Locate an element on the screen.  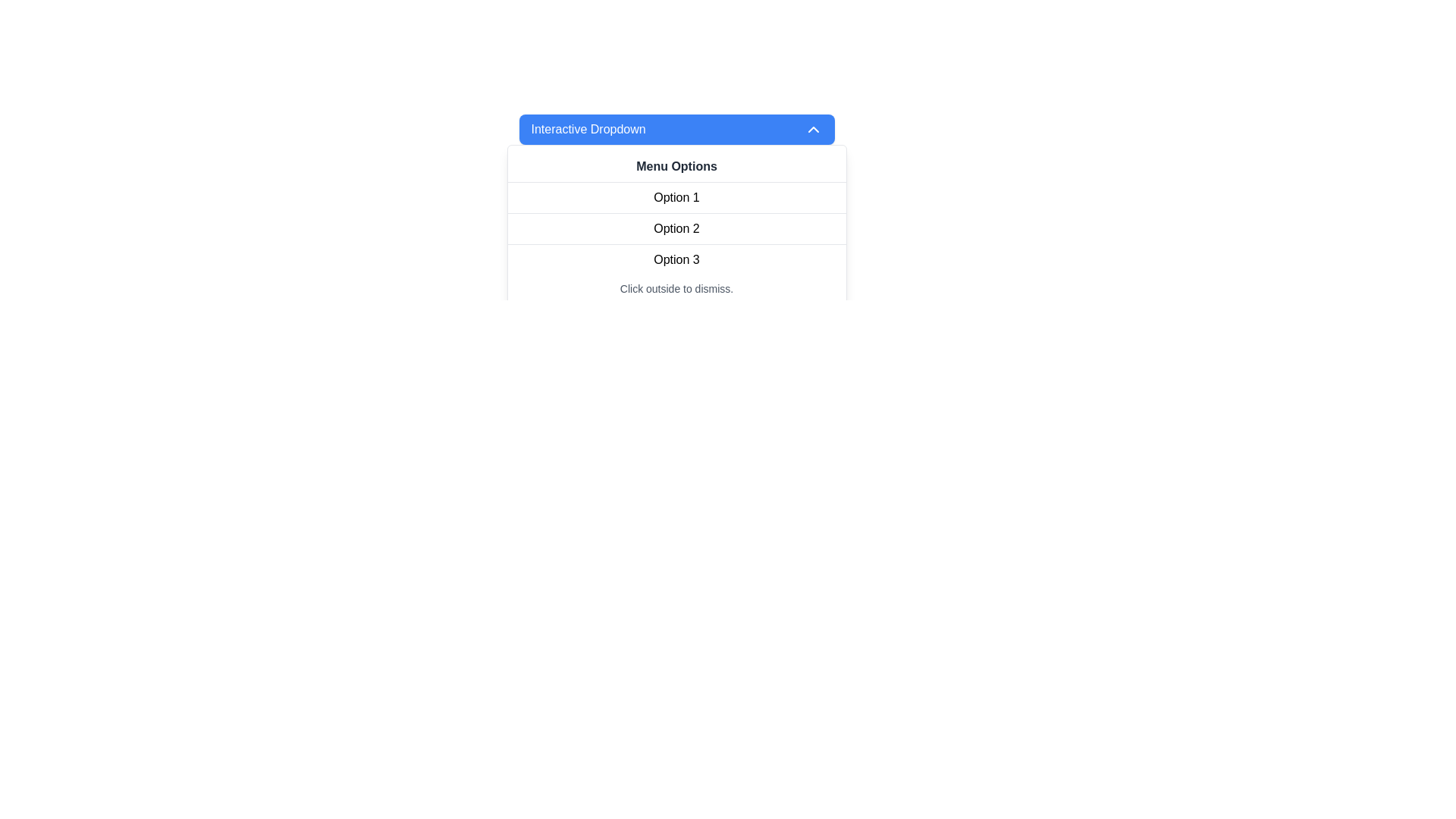
the first button labeled 'Option 1' within the dropdown menu titled 'Interactive Dropdown' is located at coordinates (676, 197).